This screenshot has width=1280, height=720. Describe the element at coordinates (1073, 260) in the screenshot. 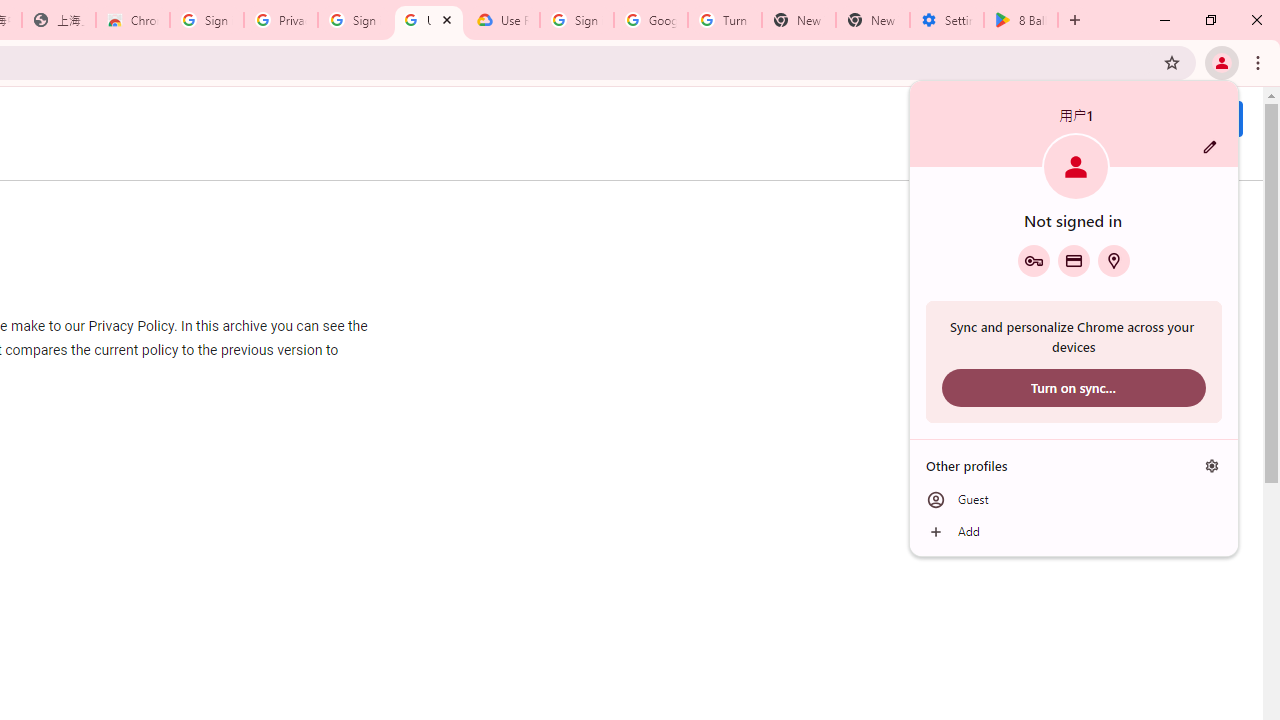

I see `'Payment methods'` at that location.